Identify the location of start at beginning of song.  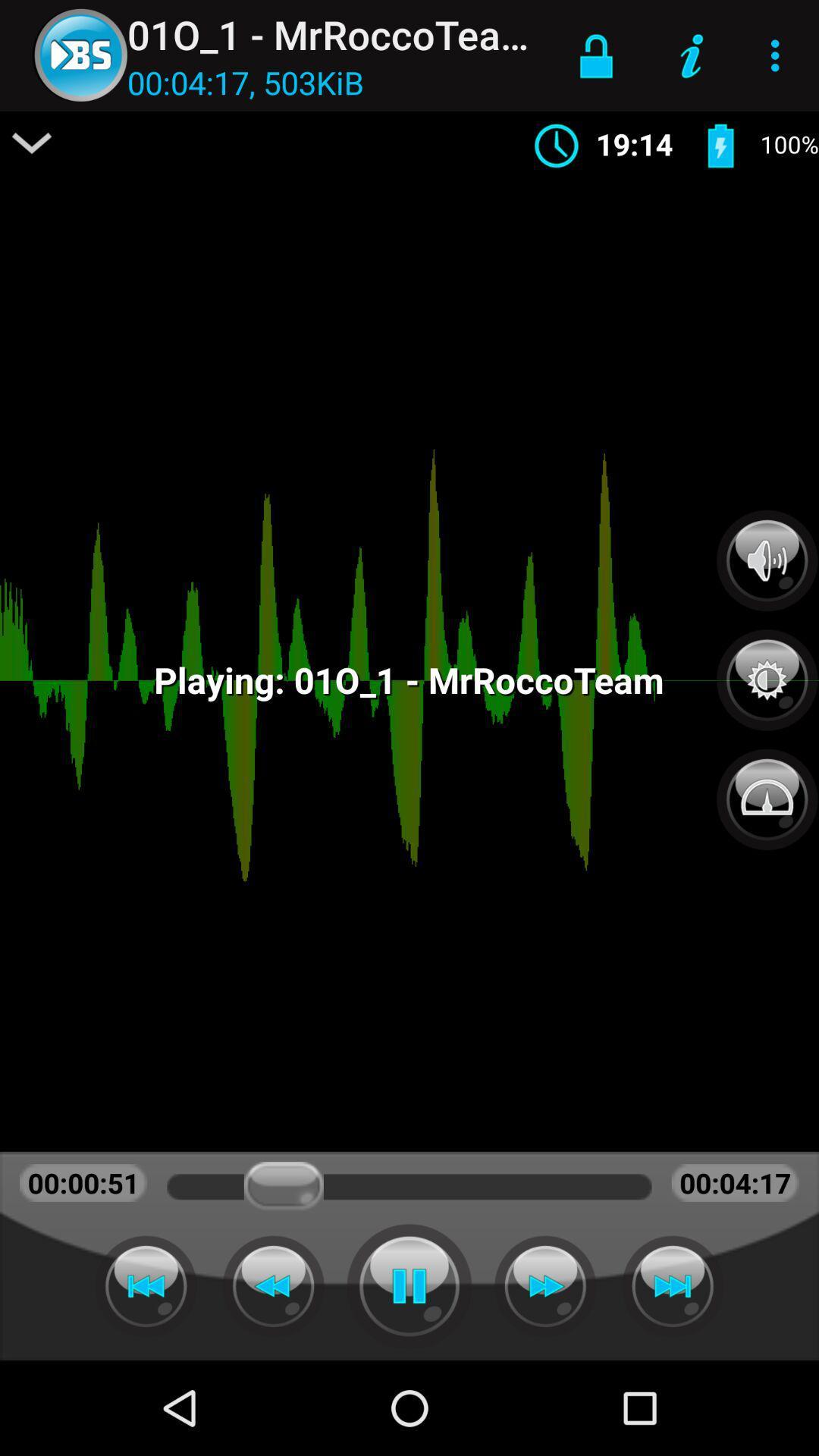
(146, 1285).